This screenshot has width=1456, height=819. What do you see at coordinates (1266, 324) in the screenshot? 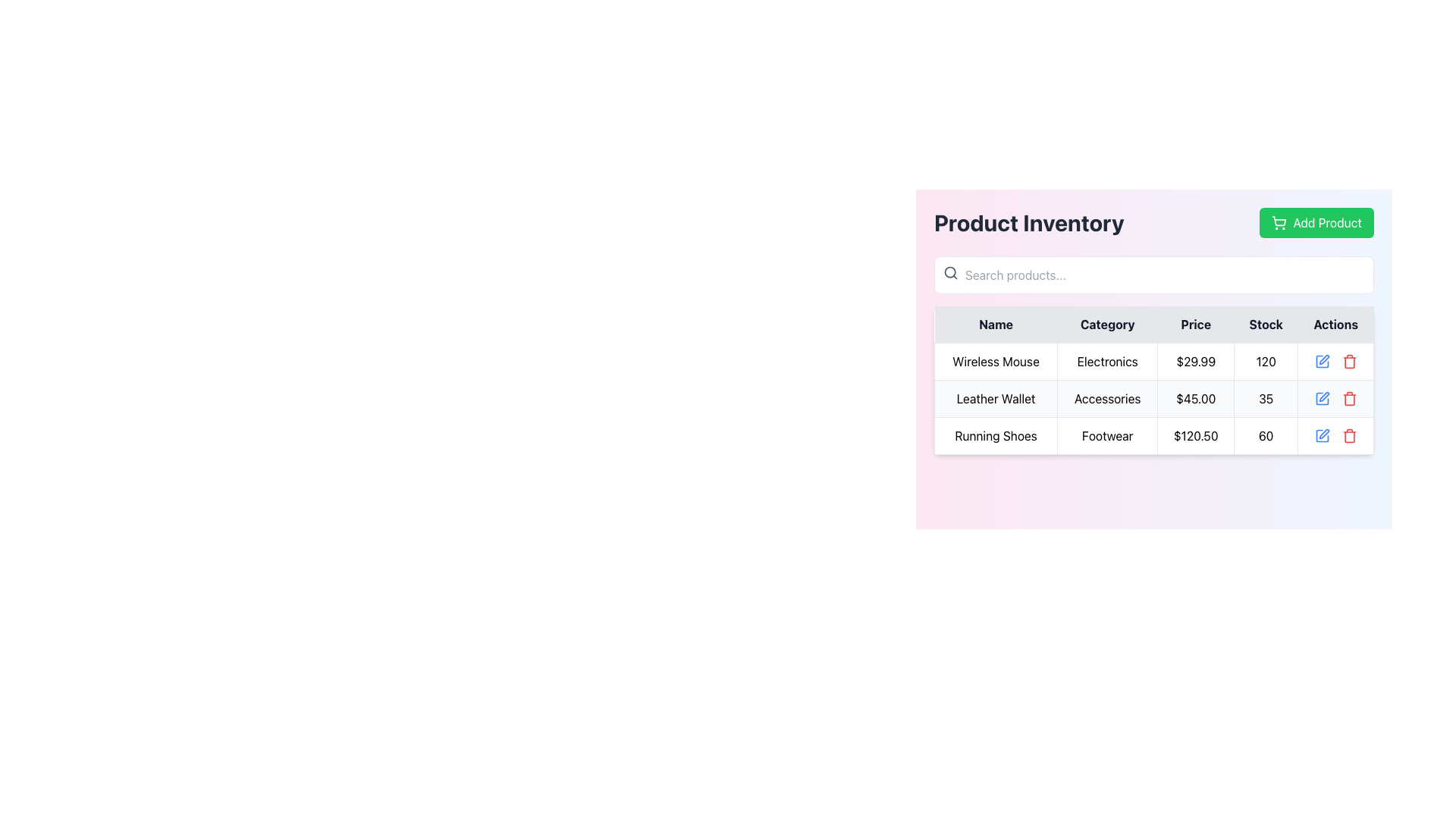
I see `the Text Label indicating stock quantity located as the fourth column header in the table, positioned between 'Price' and 'Actions'` at bounding box center [1266, 324].